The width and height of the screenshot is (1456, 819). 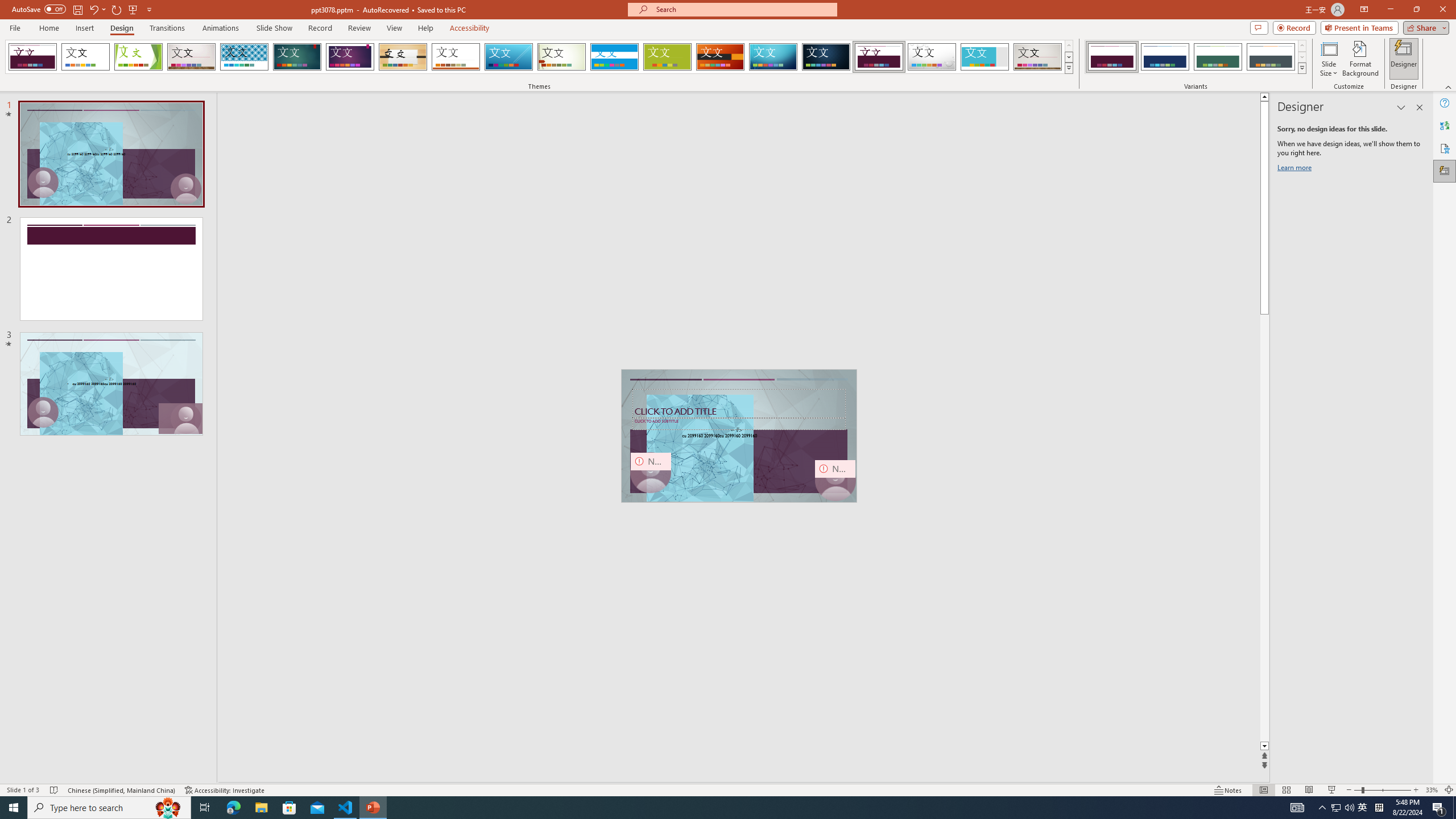 I want to click on 'Minimize', so click(x=1389, y=9).